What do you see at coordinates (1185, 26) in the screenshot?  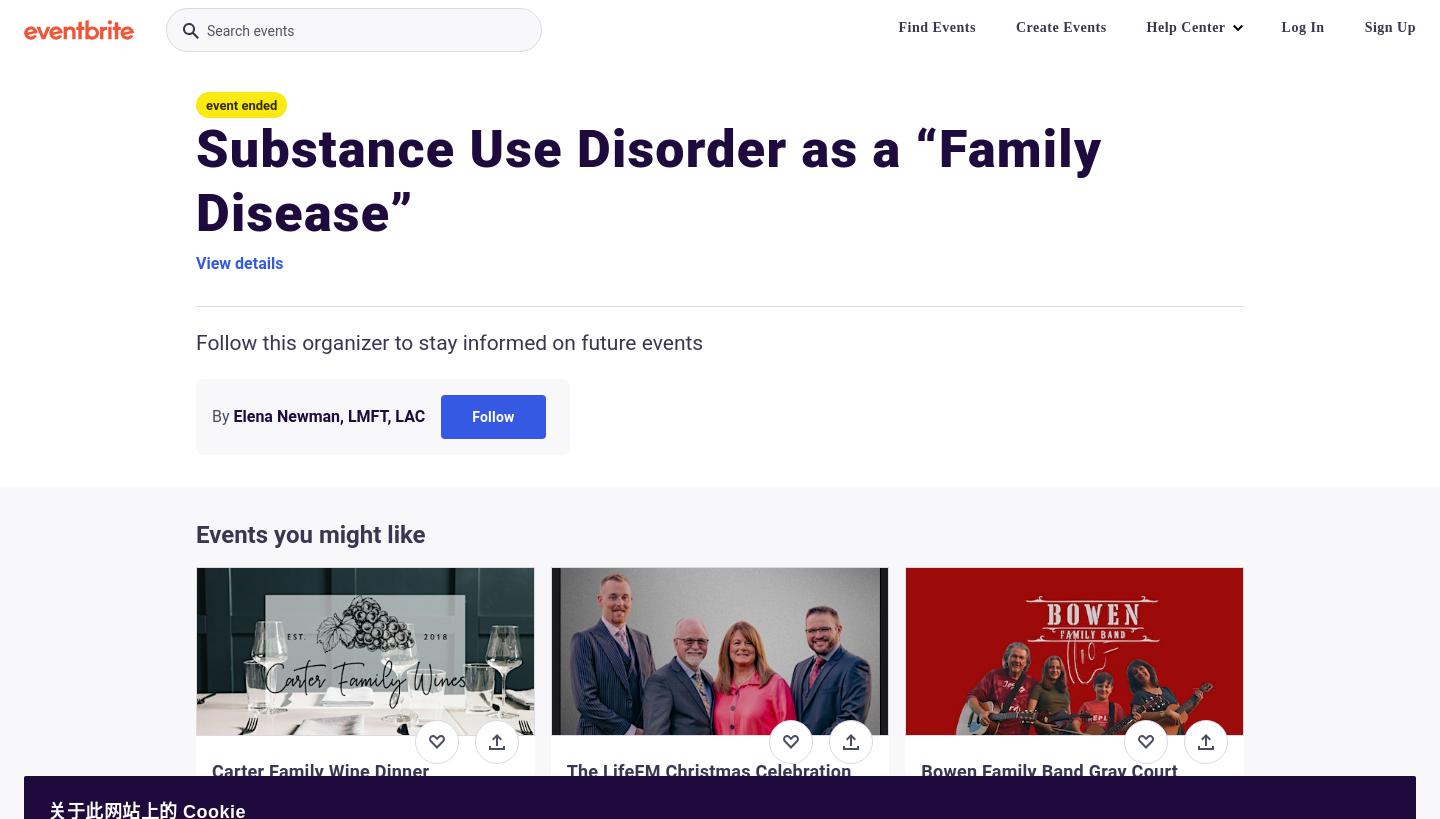 I see `'Help Center'` at bounding box center [1185, 26].